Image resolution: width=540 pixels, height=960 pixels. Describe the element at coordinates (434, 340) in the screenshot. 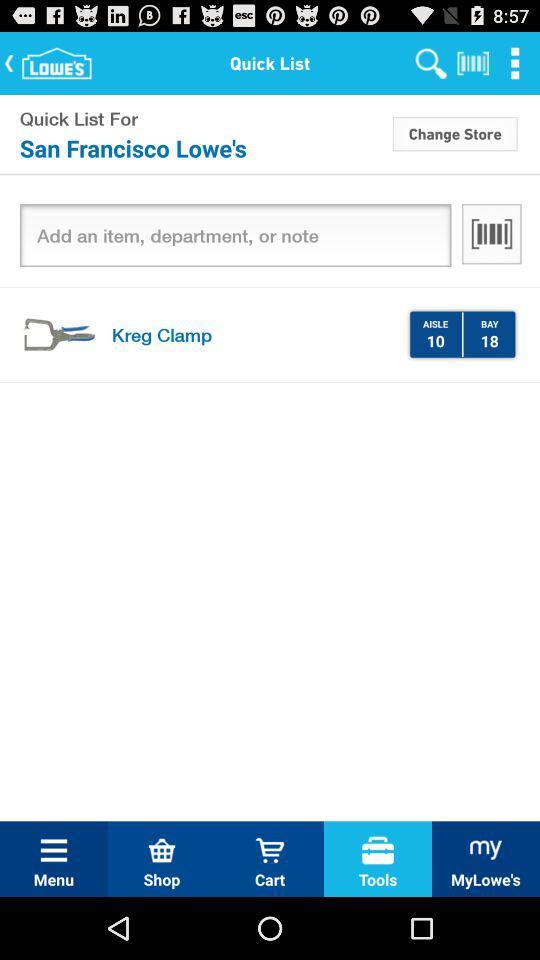

I see `icon next to the kreg clamp icon` at that location.